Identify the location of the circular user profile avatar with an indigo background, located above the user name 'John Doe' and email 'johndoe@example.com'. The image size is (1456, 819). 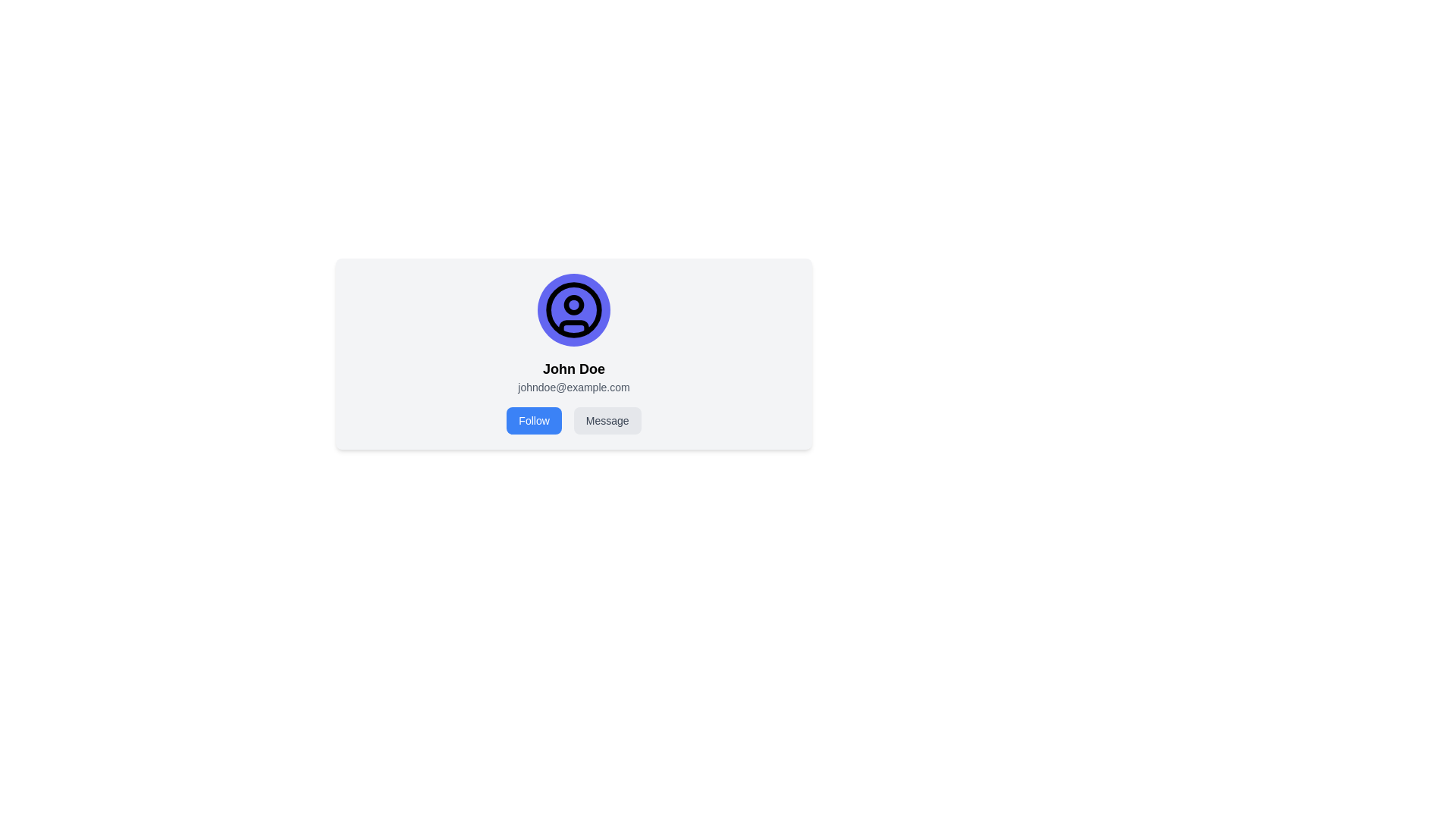
(573, 309).